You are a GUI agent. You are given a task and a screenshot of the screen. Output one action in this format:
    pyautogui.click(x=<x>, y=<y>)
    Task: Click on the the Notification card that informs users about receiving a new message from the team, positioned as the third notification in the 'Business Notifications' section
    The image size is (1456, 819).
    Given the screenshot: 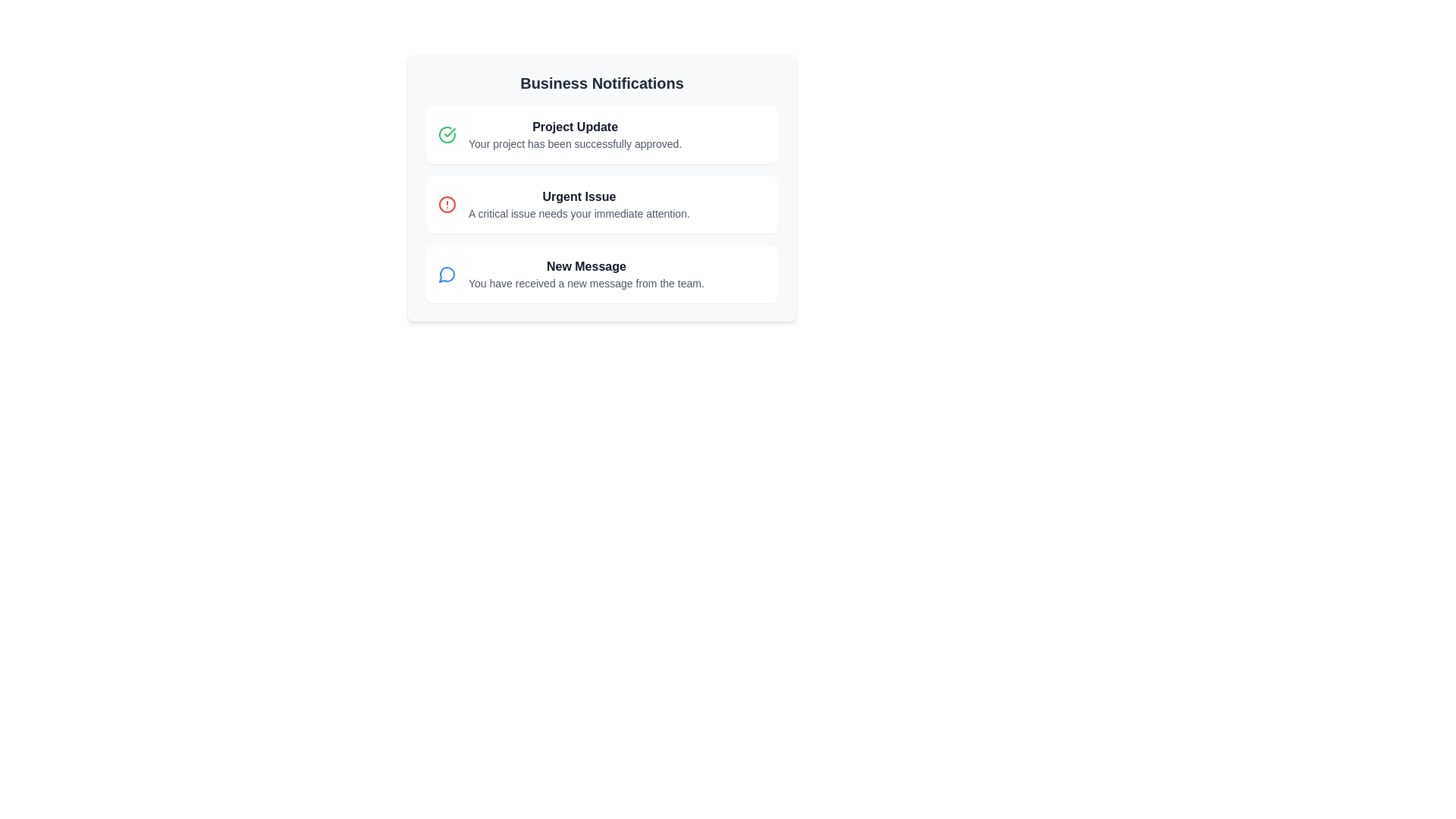 What is the action you would take?
    pyautogui.click(x=601, y=275)
    